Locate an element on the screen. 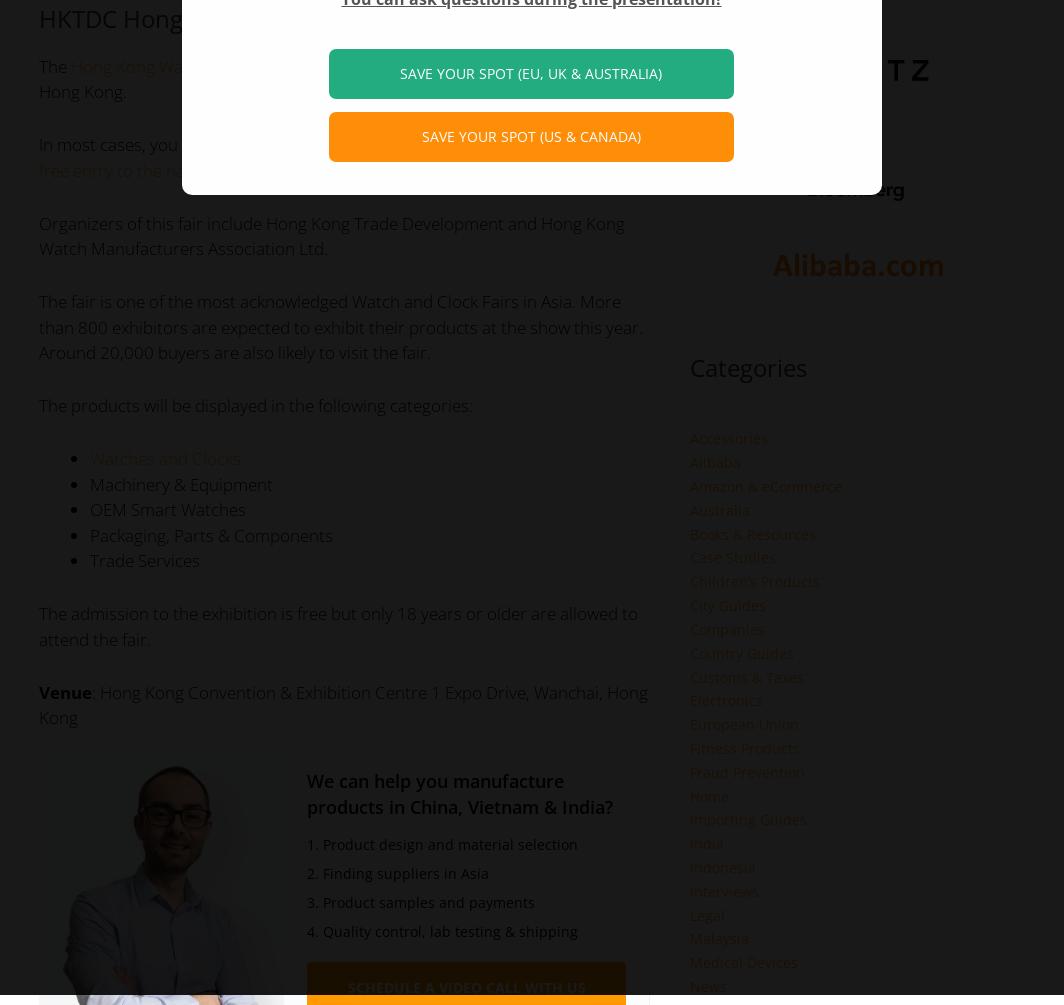 This screenshot has height=1005, width=1064. 'News' is located at coordinates (707, 985).